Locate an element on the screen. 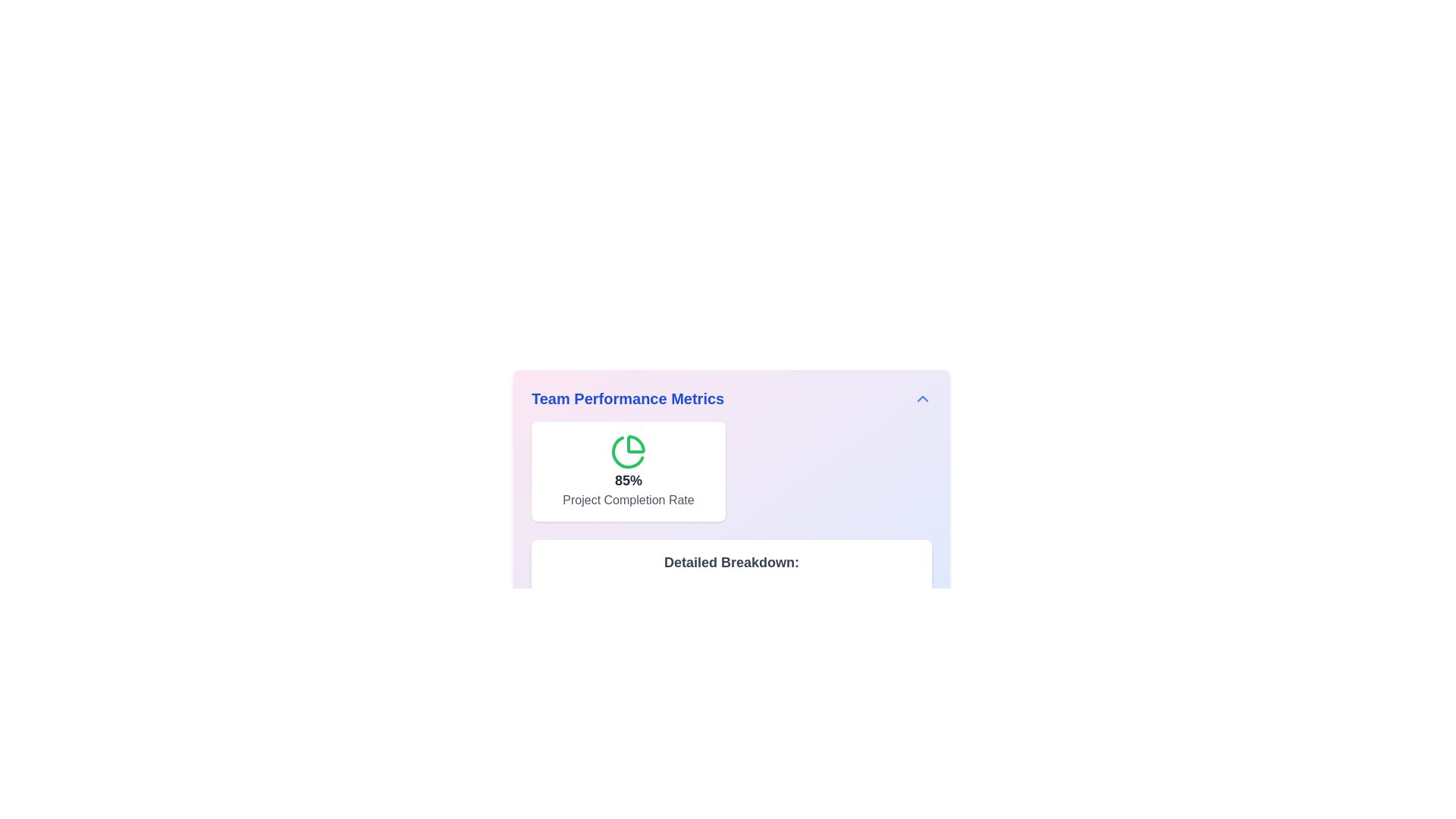  header text 'Team Performance Metrics' which is styled as large and bold, positioned at the top of the performance data section is located at coordinates (628, 397).